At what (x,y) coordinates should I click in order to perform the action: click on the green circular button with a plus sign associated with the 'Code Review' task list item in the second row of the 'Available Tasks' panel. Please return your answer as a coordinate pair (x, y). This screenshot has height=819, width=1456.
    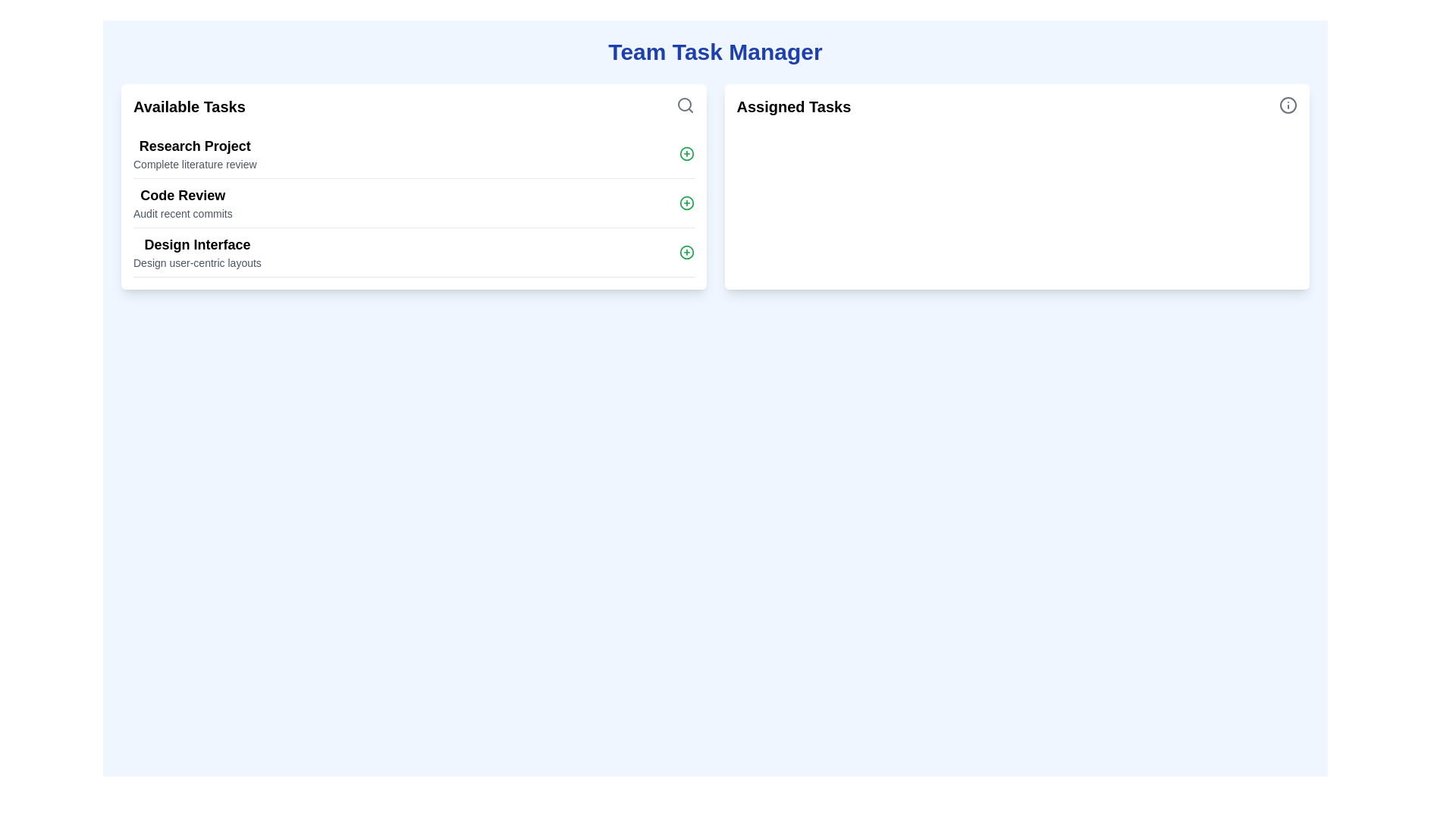
    Looking at the image, I should click on (413, 202).